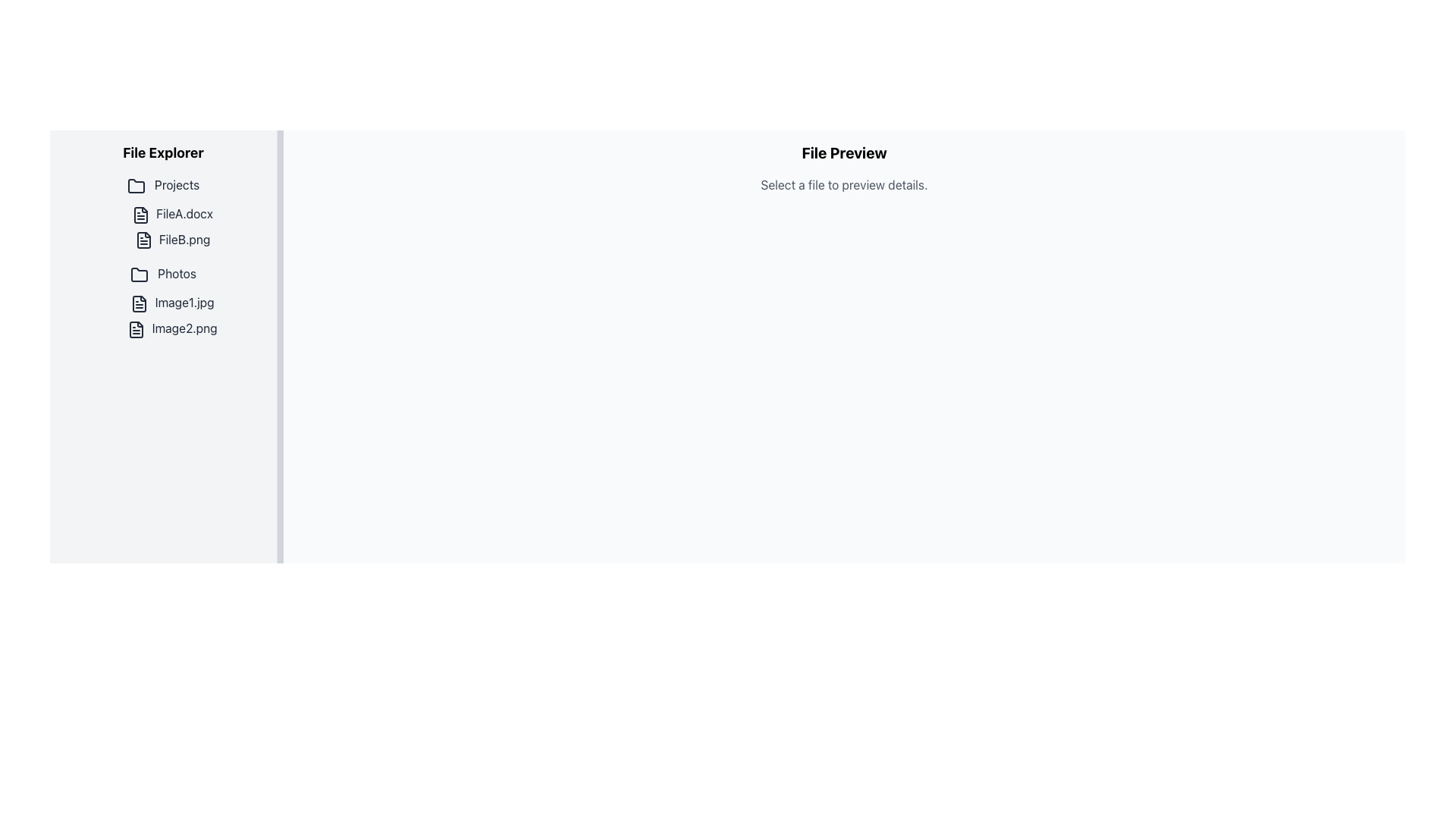  I want to click on the PNG file icon labeled 'FileB.png', so click(143, 240).